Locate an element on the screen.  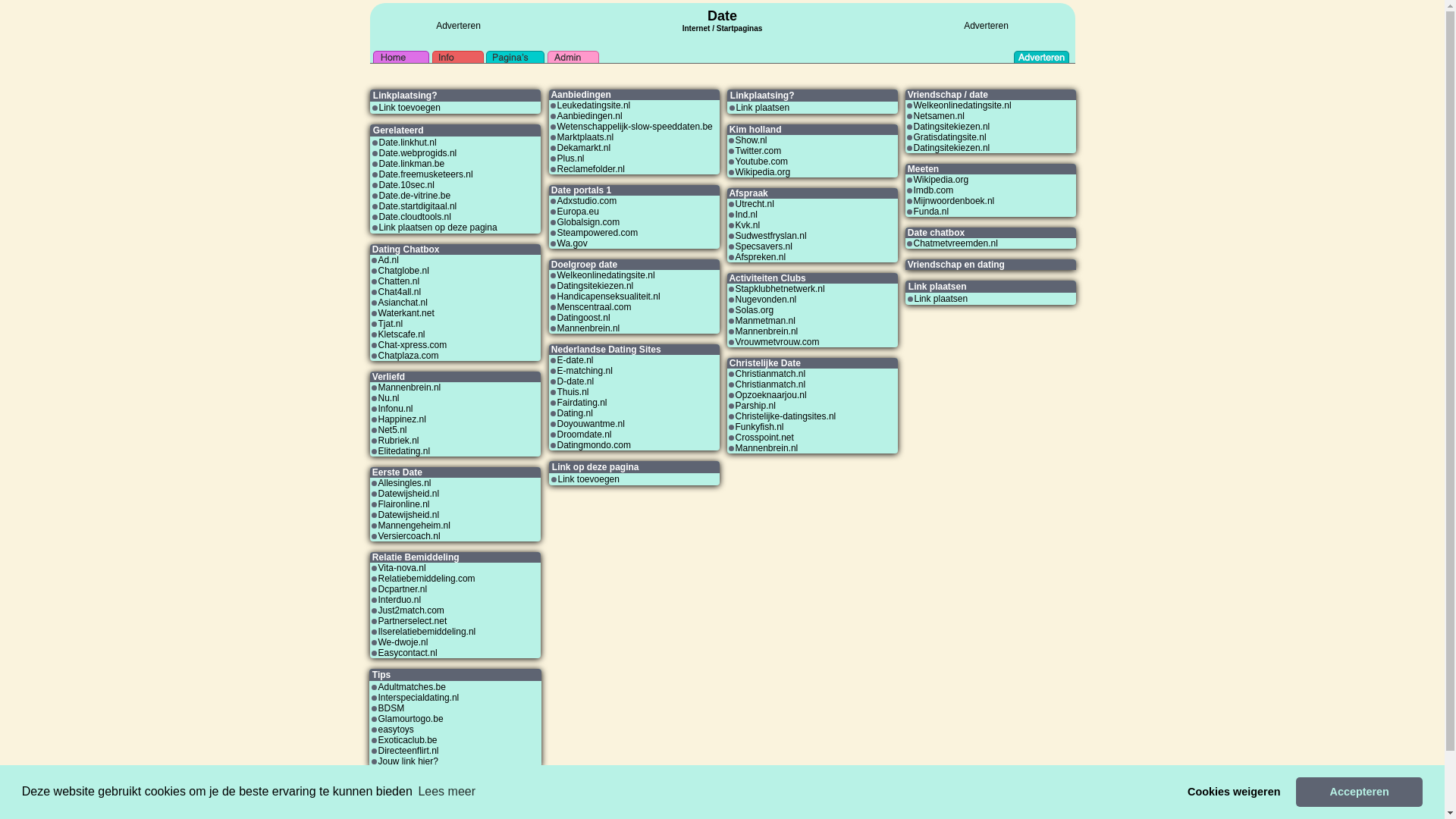
'BDSM' is located at coordinates (391, 708).